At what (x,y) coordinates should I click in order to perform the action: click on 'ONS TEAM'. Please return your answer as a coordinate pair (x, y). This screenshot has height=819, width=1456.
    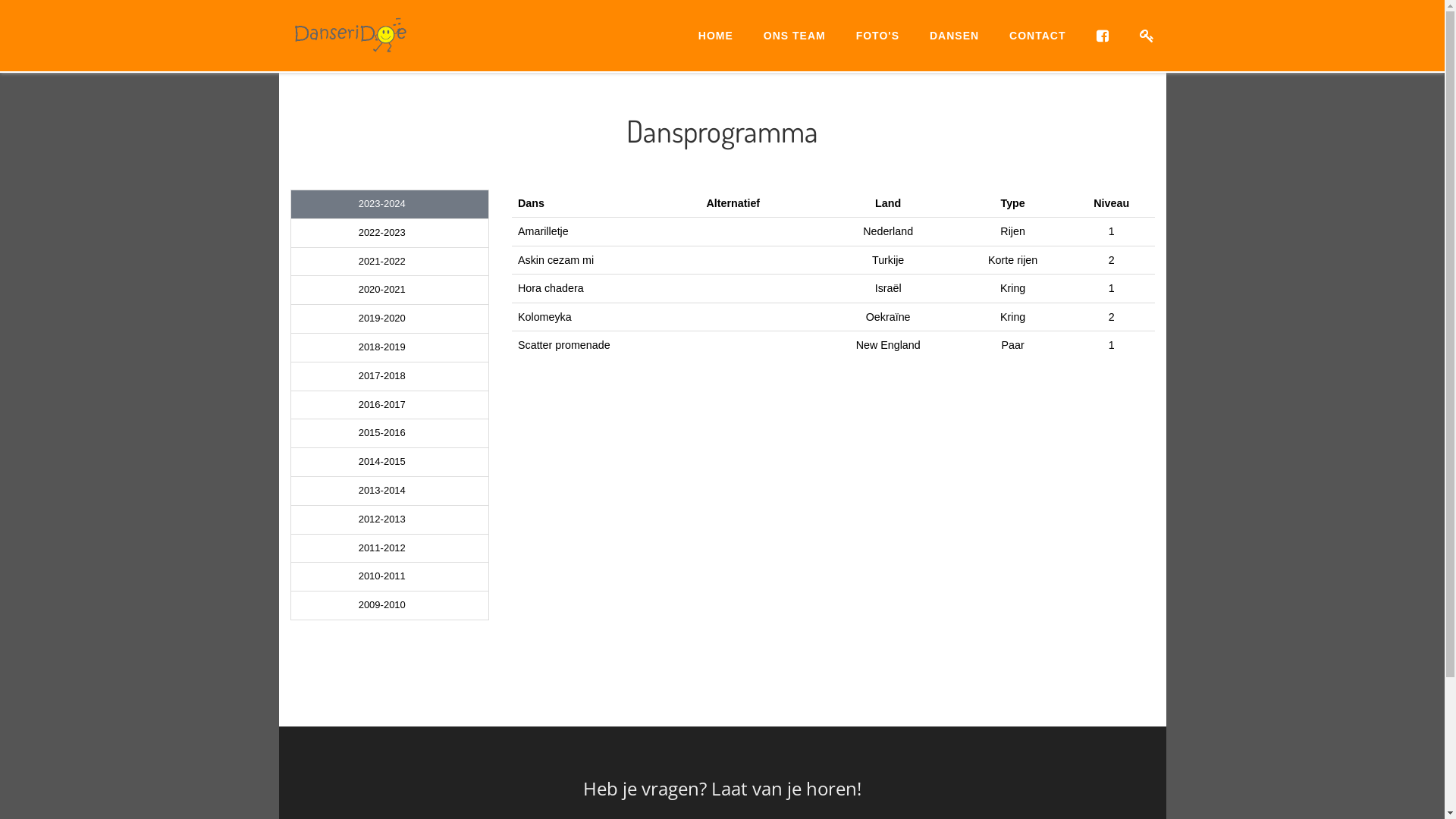
    Looking at the image, I should click on (793, 34).